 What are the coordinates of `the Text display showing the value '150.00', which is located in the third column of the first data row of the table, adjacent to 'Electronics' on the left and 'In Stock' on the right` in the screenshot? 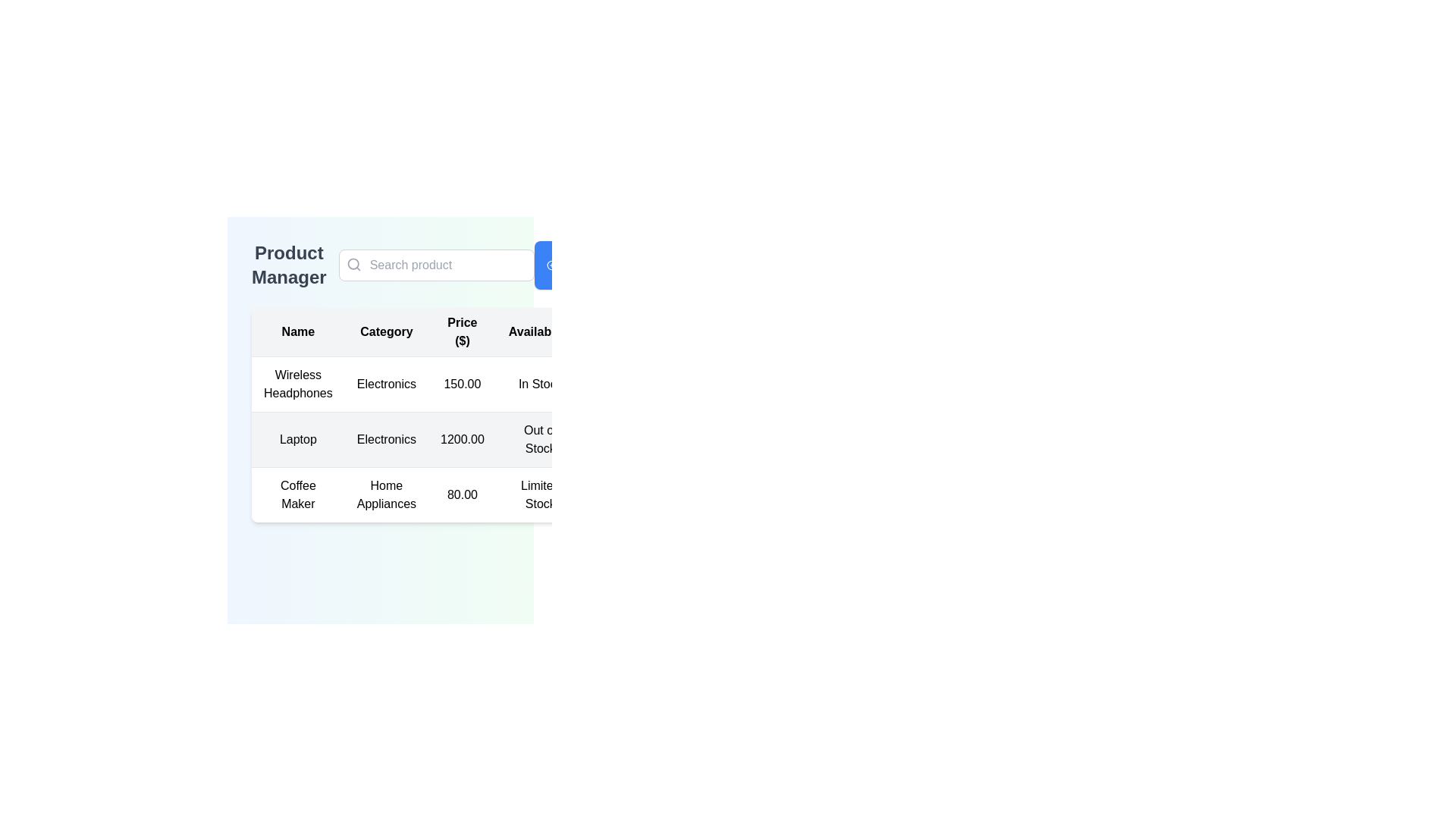 It's located at (461, 383).